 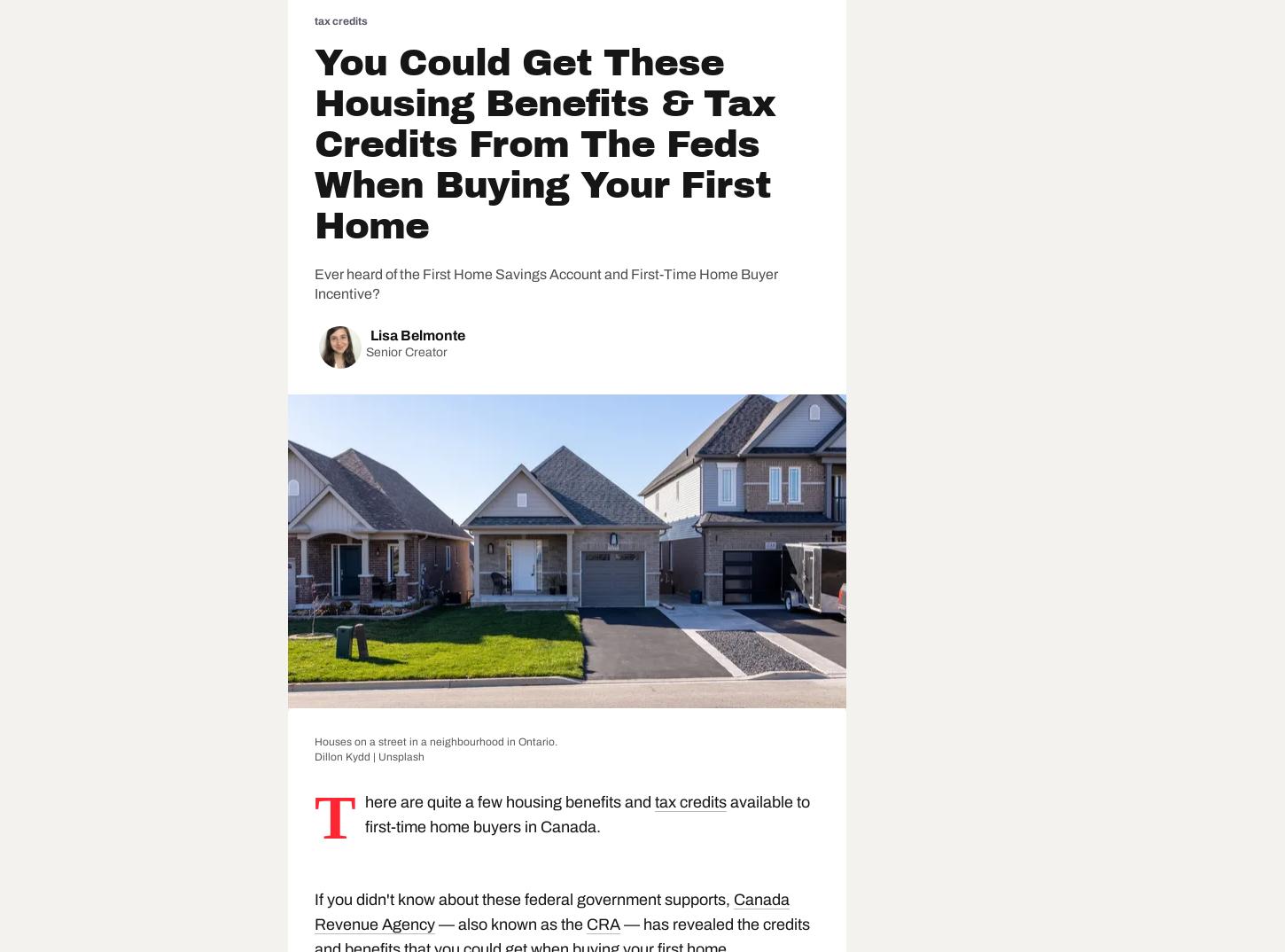 I want to click on 'You Could Get These Housing Benefits & Tax Credits From The Feds When Buying Your First Home', so click(x=543, y=144).